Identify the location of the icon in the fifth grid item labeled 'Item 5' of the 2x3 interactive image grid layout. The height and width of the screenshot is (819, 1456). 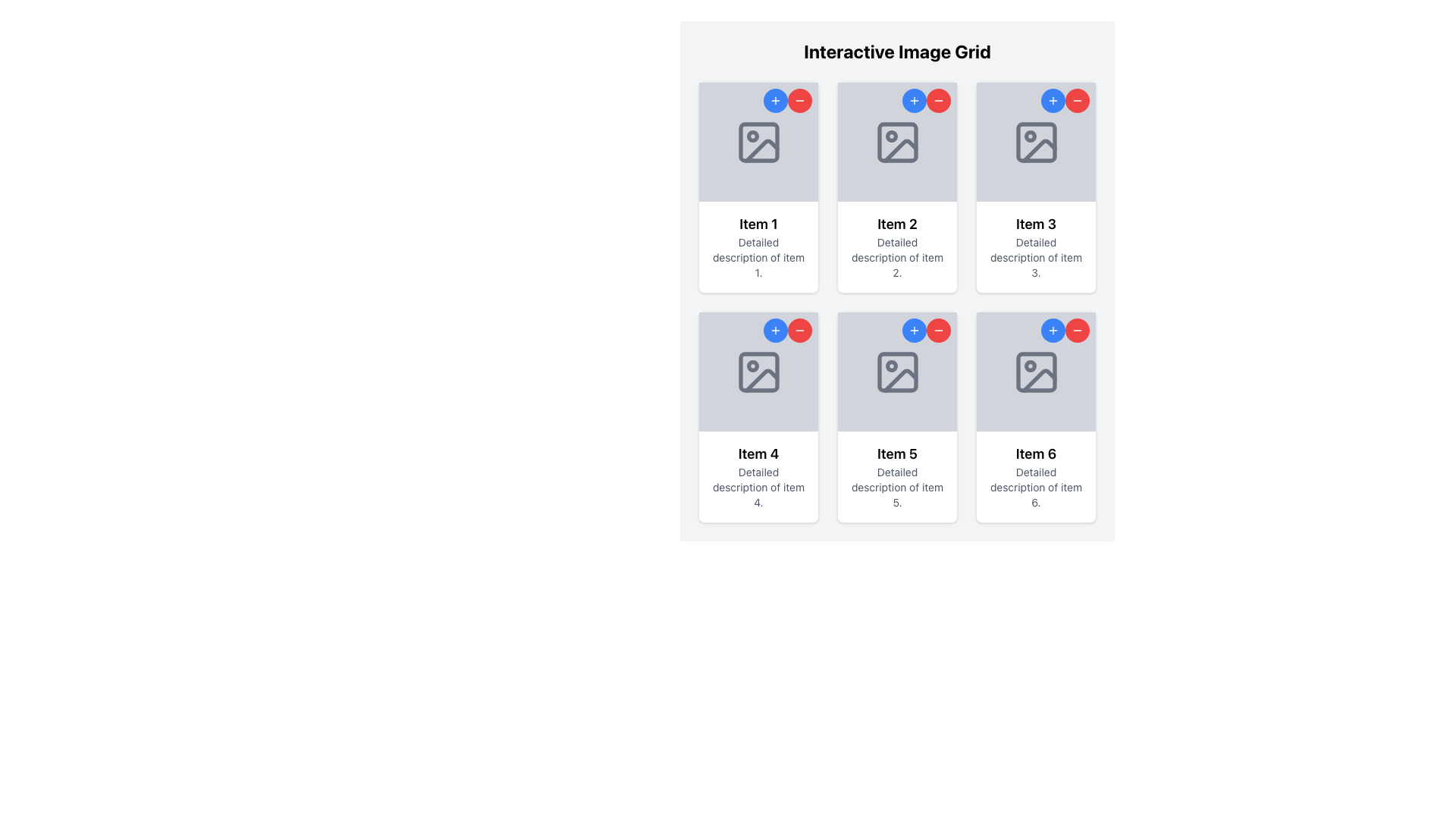
(897, 372).